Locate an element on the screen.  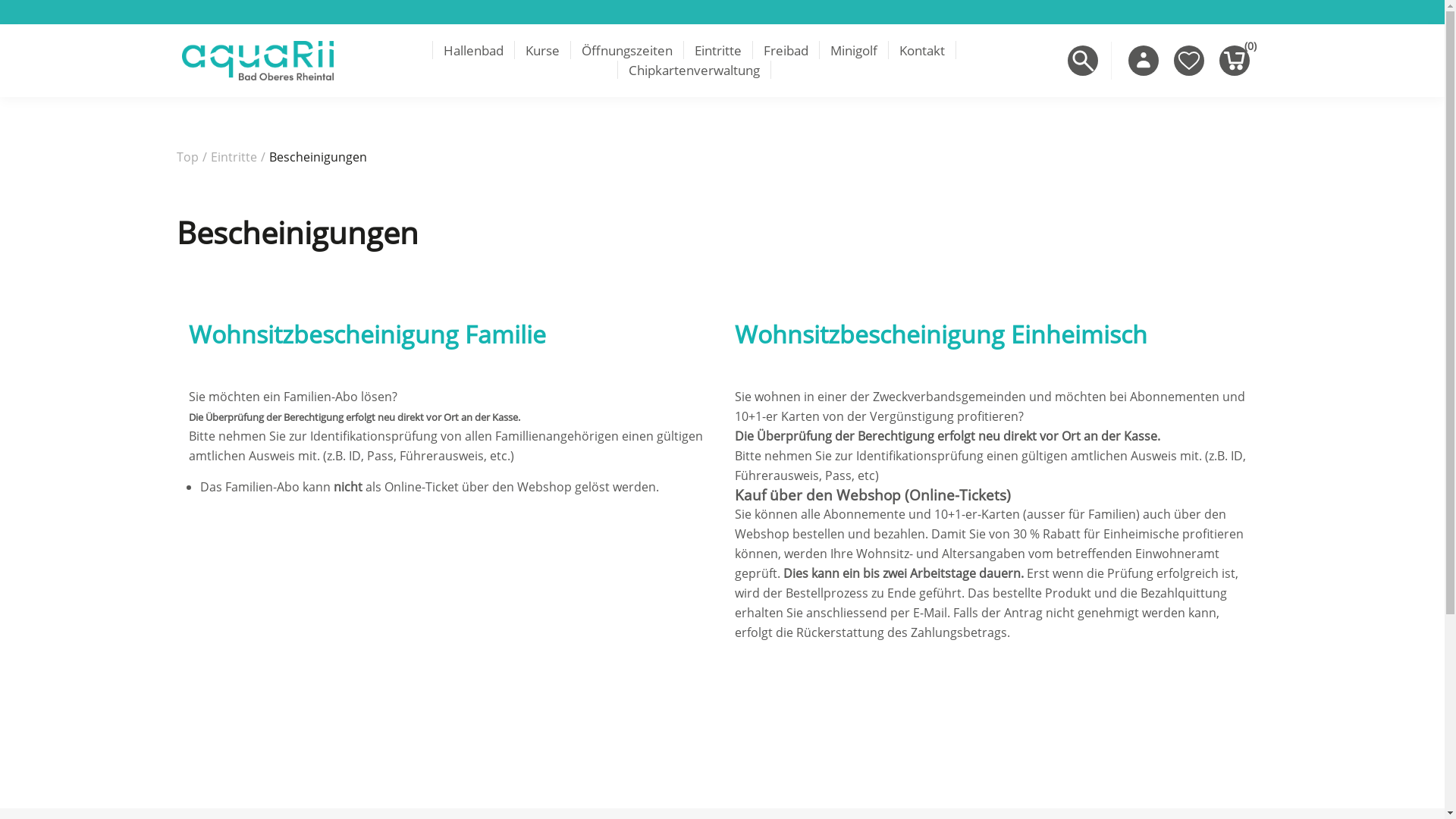
'Minigolf' is located at coordinates (854, 49).